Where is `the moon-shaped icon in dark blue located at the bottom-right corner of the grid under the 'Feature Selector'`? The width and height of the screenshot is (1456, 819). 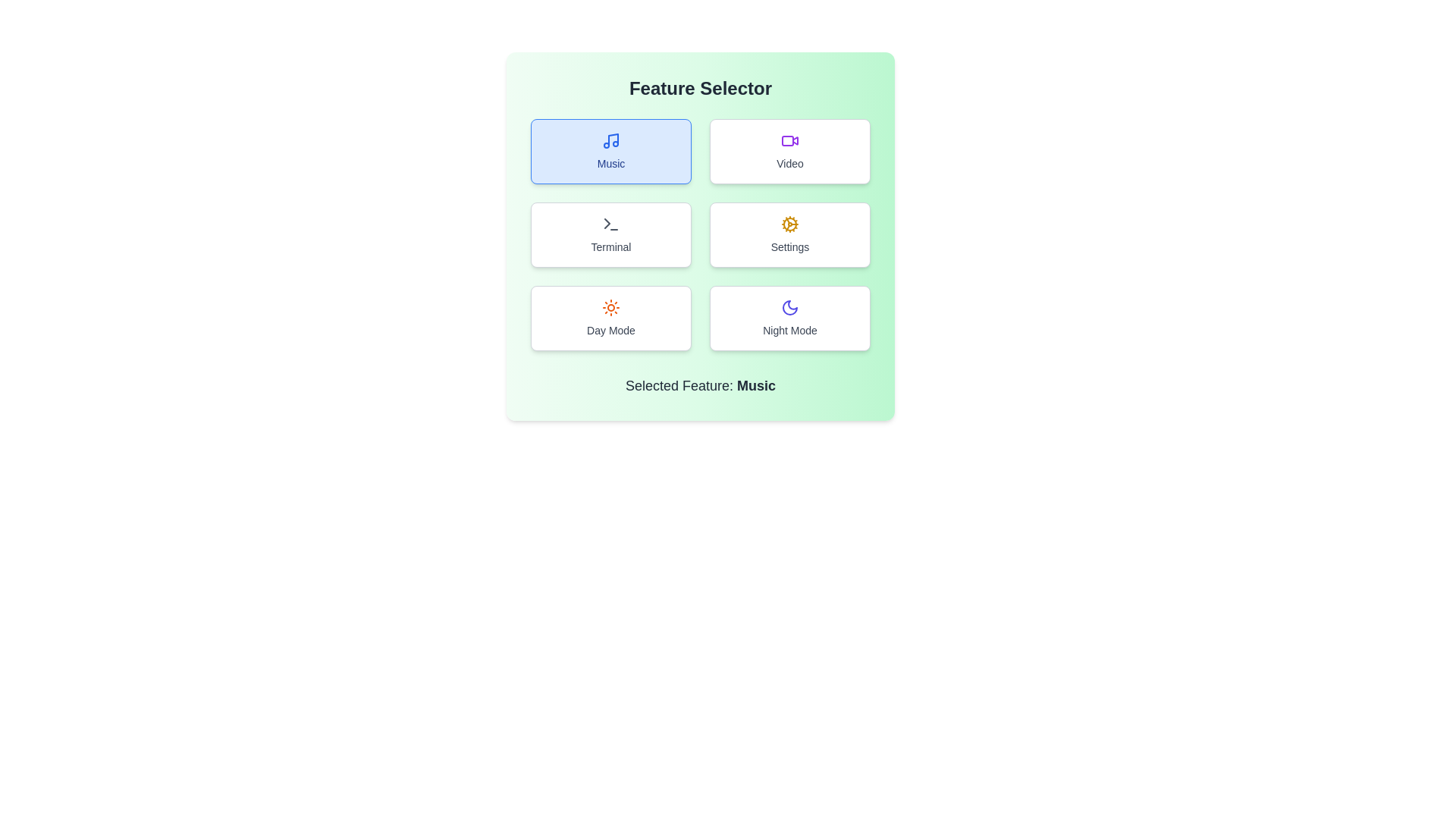 the moon-shaped icon in dark blue located at the bottom-right corner of the grid under the 'Feature Selector' is located at coordinates (789, 307).